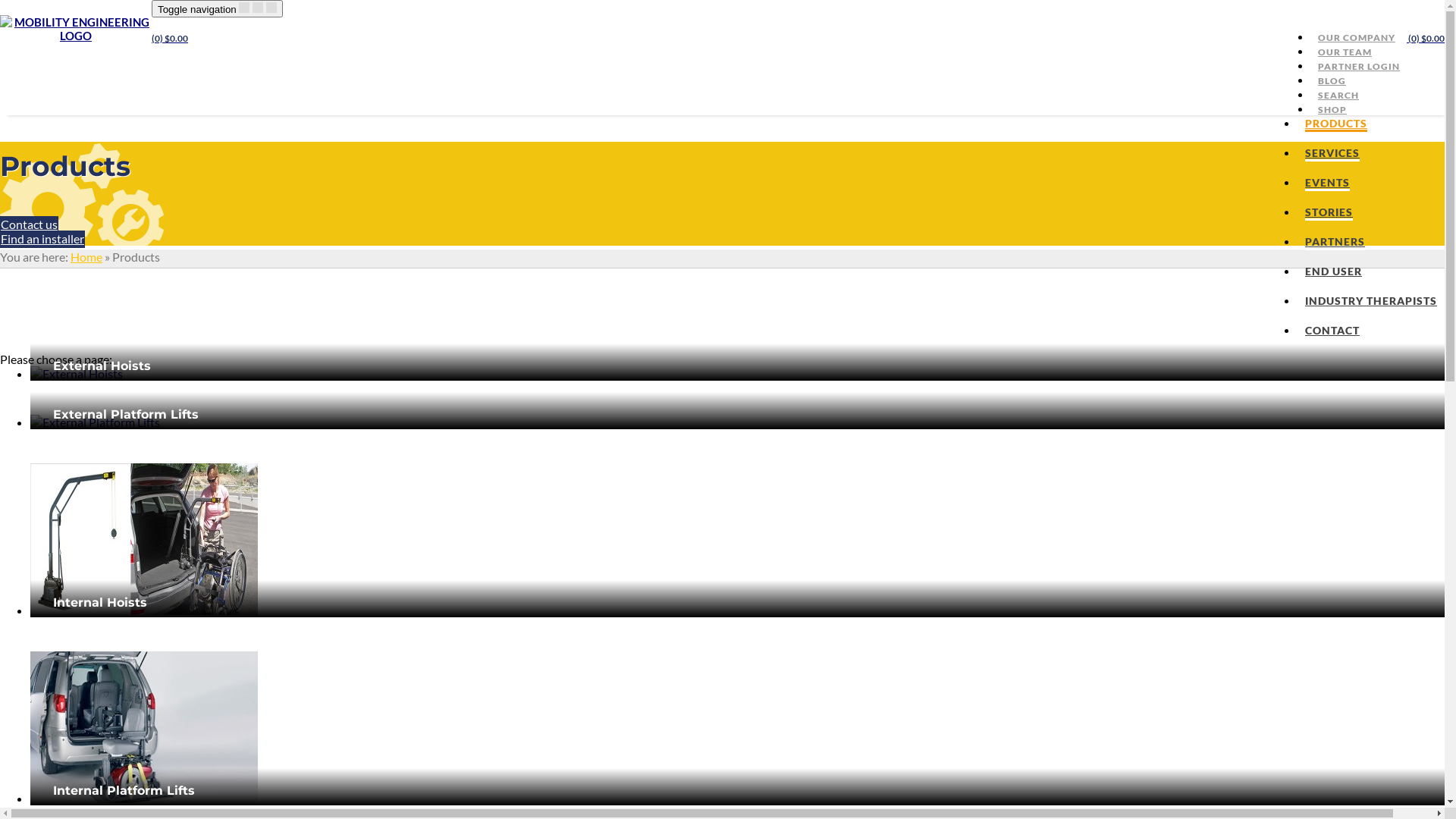 Image resolution: width=1456 pixels, height=819 pixels. I want to click on 'END USER', so click(1332, 271).